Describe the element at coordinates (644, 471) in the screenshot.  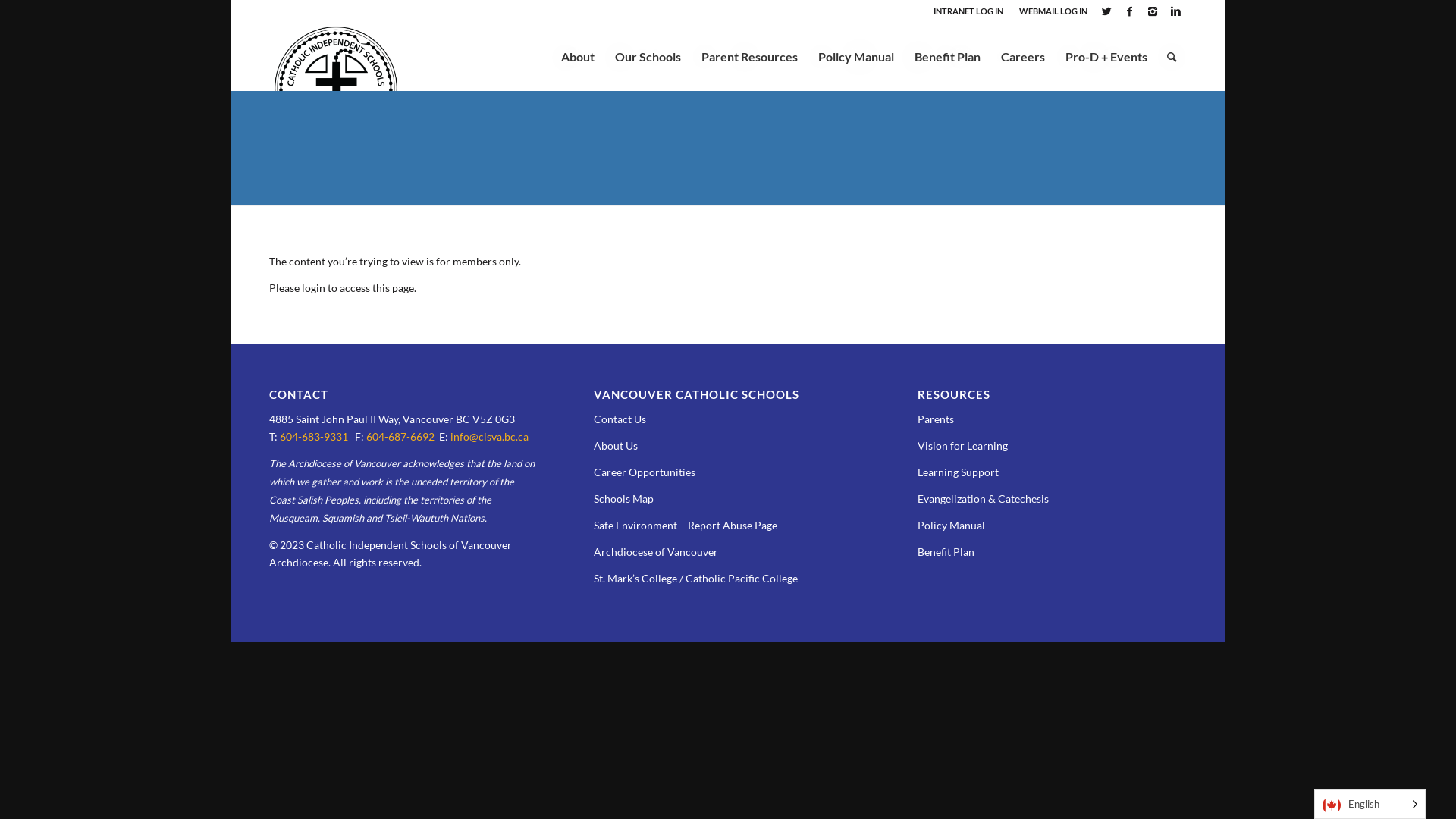
I see `'Career Opportunities'` at that location.